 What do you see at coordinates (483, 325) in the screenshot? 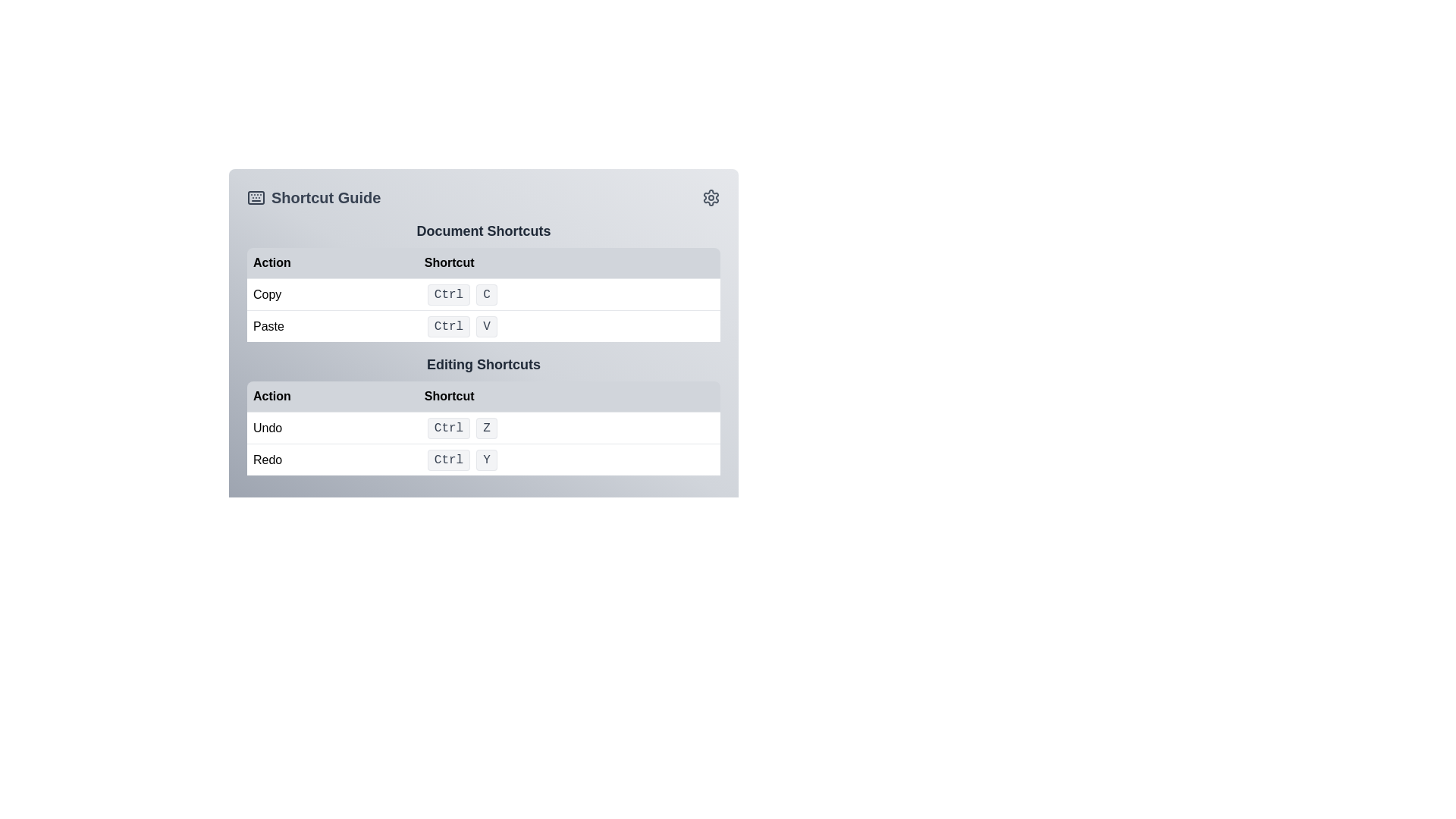
I see `the informational display element that shows 'Paste' with the inline buttons 'Ctrl' and 'V', located in the 'Shortcut Guide' section` at bounding box center [483, 325].